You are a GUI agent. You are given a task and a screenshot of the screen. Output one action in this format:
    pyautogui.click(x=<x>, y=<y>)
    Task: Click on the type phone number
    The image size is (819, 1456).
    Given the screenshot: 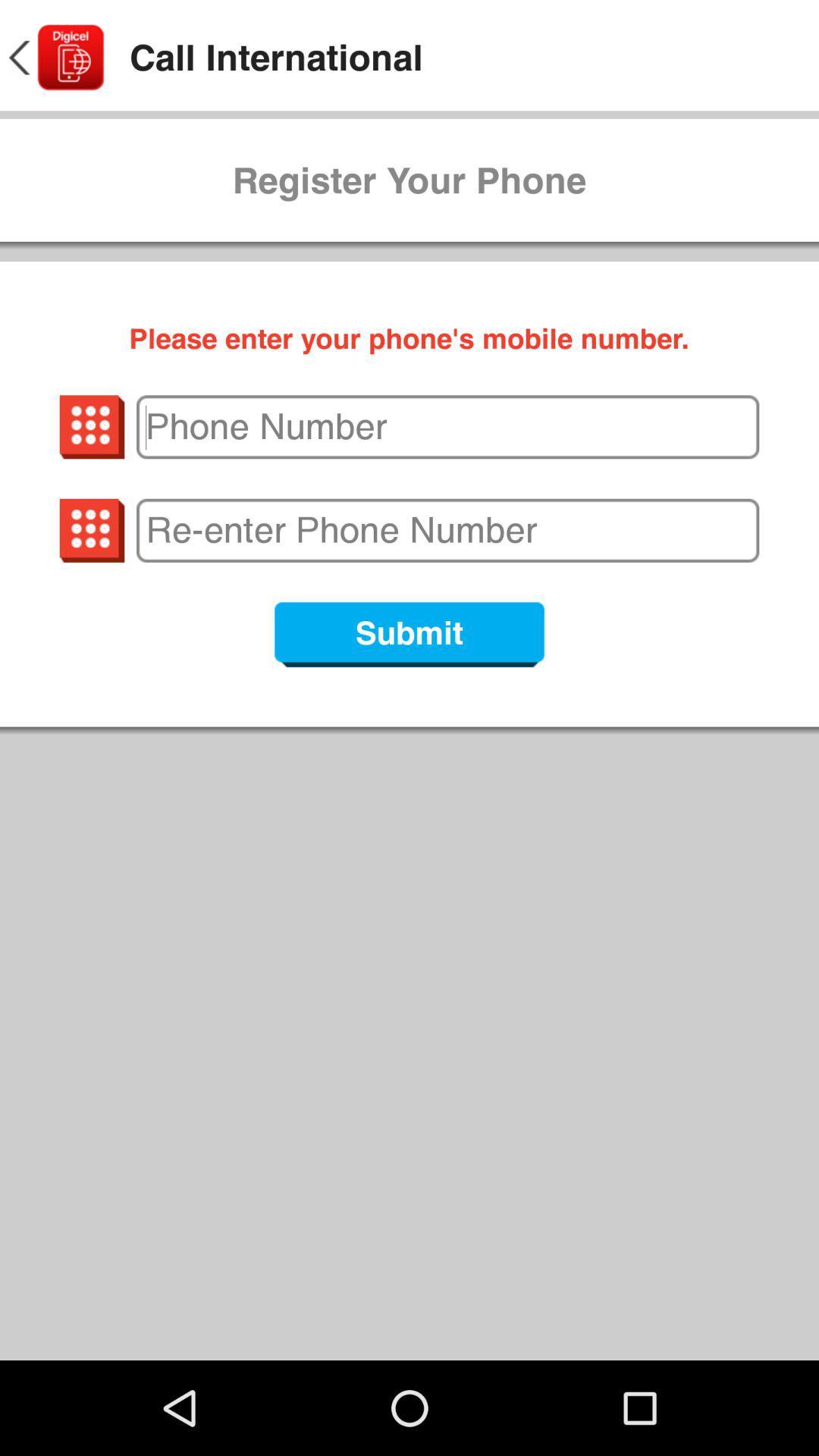 What is the action you would take?
    pyautogui.click(x=447, y=426)
    